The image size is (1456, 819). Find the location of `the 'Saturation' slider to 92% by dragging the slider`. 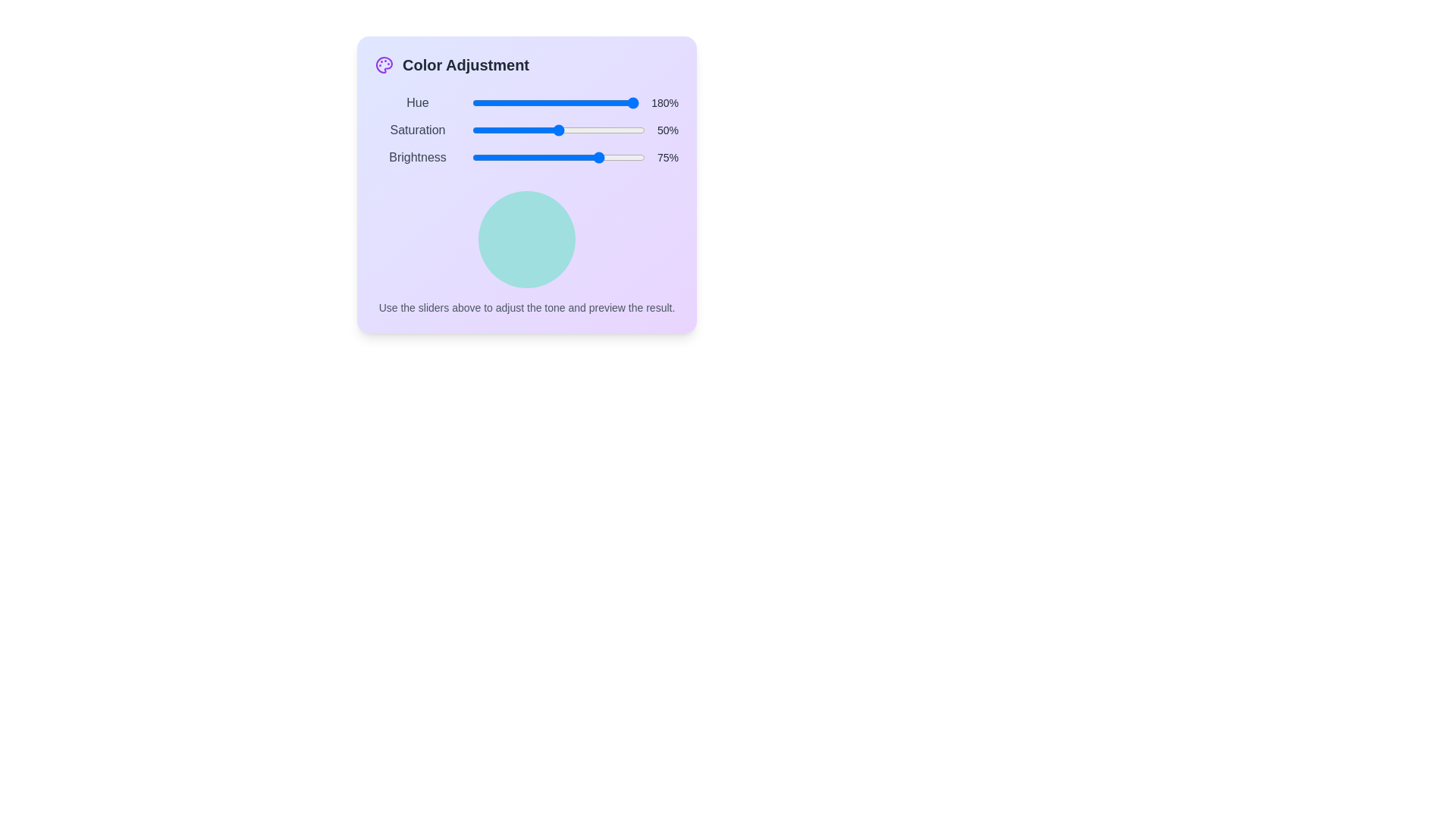

the 'Saturation' slider to 92% by dragging the slider is located at coordinates (630, 130).